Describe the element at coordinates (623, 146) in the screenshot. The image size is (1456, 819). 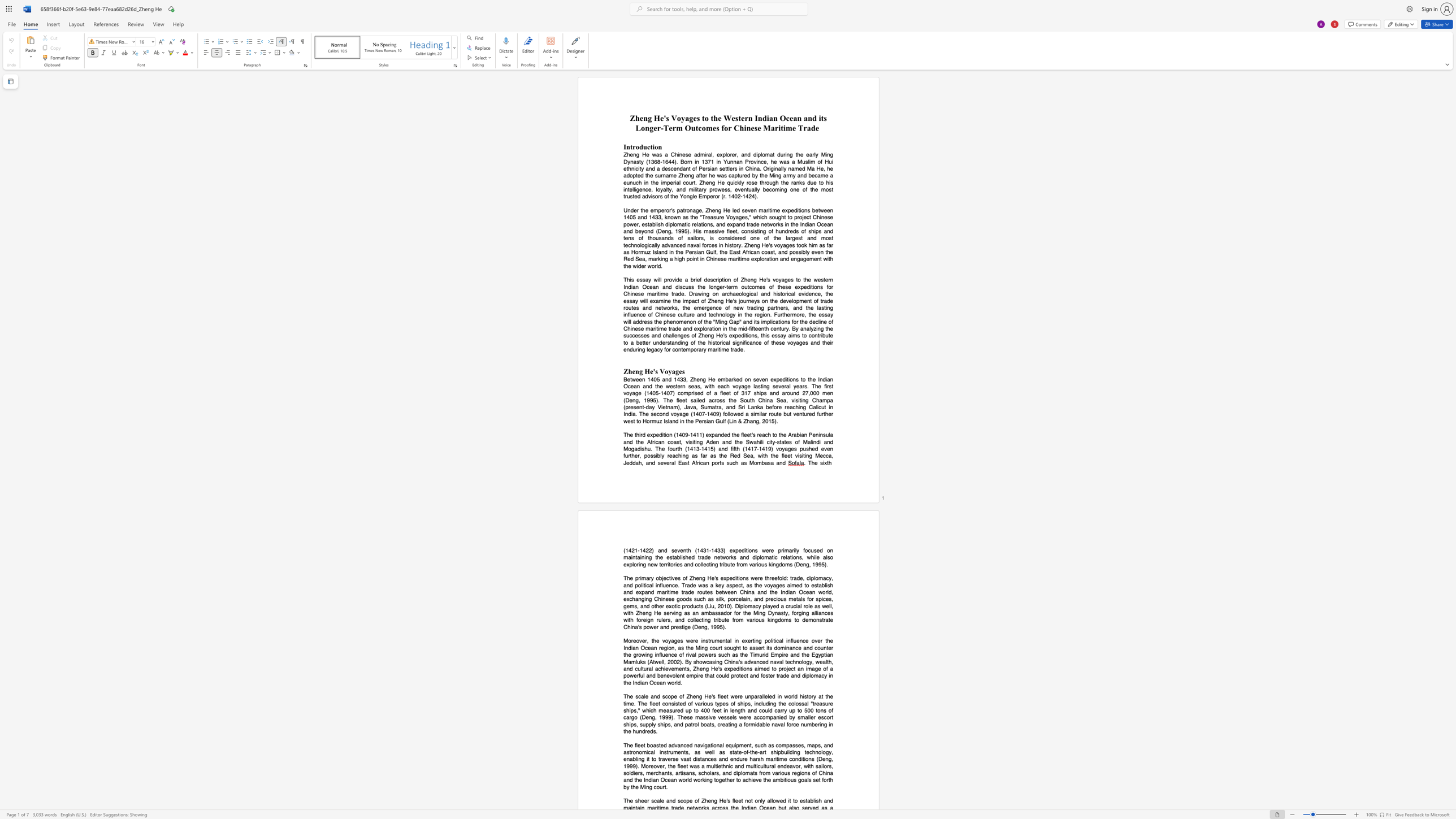
I see `the subset text "Introd" within the text "Introduction"` at that location.